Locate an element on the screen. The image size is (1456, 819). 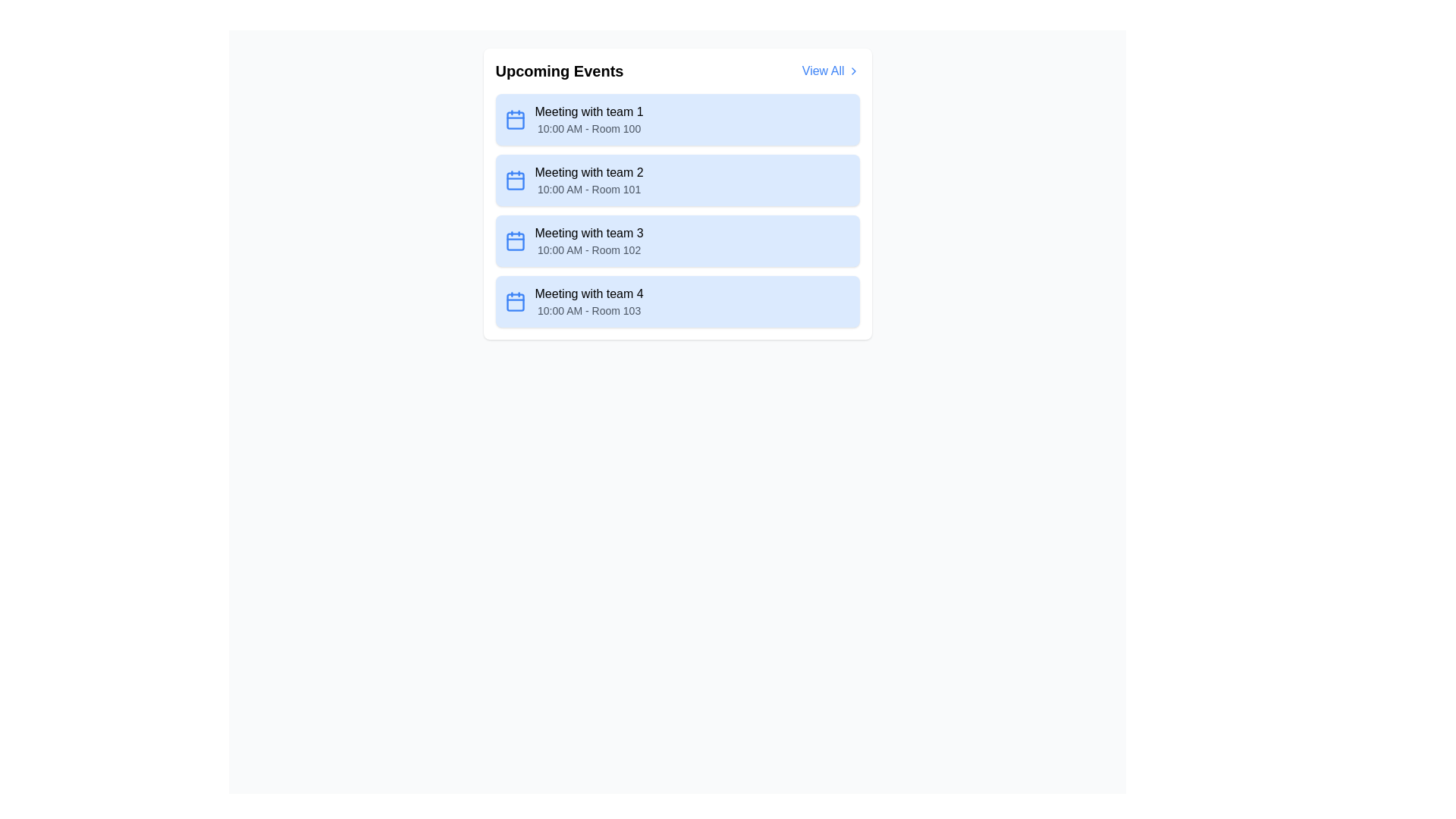
the calendar icon located in the leftmost position of the fourth event card, which indicates the event type or associates the event with a calendar is located at coordinates (515, 301).